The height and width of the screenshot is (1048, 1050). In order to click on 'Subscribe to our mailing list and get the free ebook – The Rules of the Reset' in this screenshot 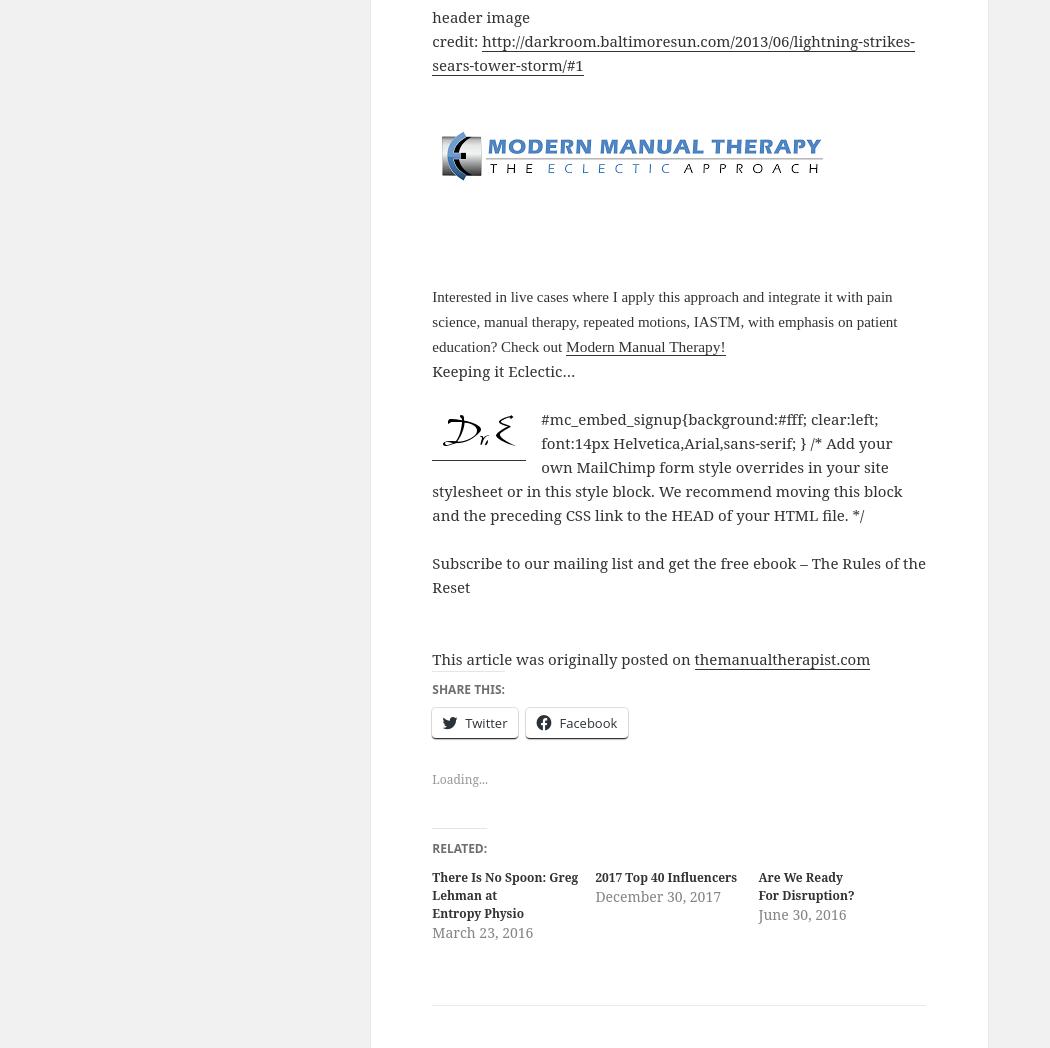, I will do `click(678, 573)`.